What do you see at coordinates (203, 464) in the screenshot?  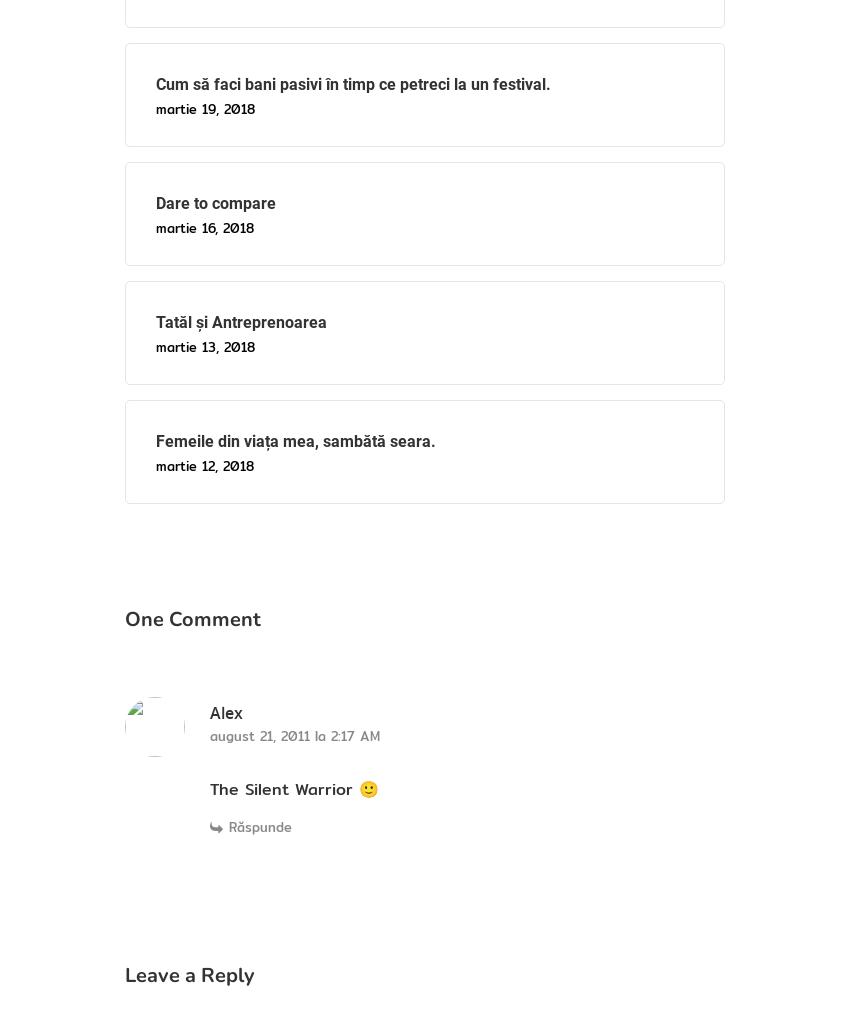 I see `'martie 12, 2018'` at bounding box center [203, 464].